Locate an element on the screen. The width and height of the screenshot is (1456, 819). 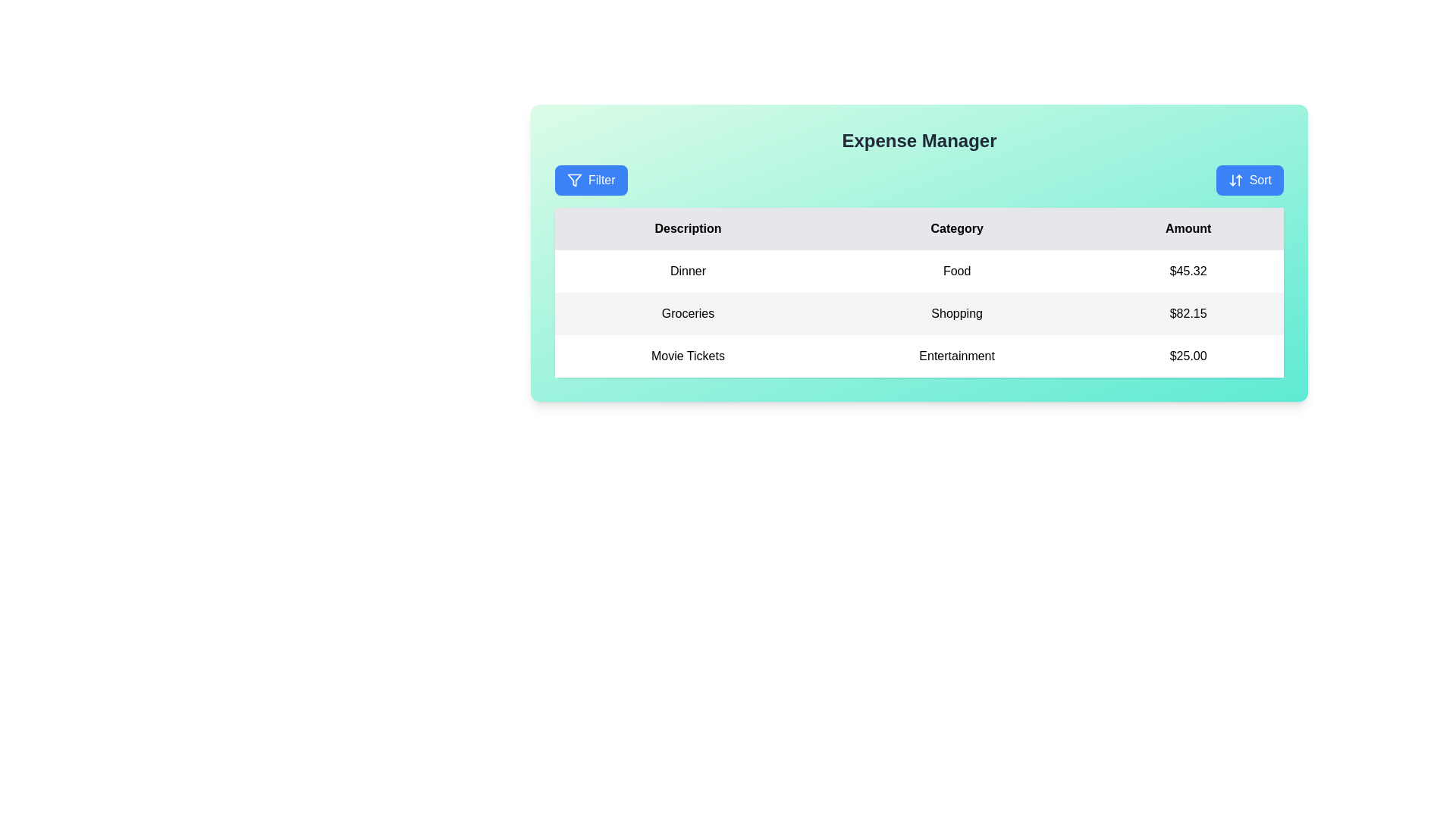
the Text Label indicating a category or description in the expenses table, which is the first sibling element in the leftmost column of its row is located at coordinates (687, 312).